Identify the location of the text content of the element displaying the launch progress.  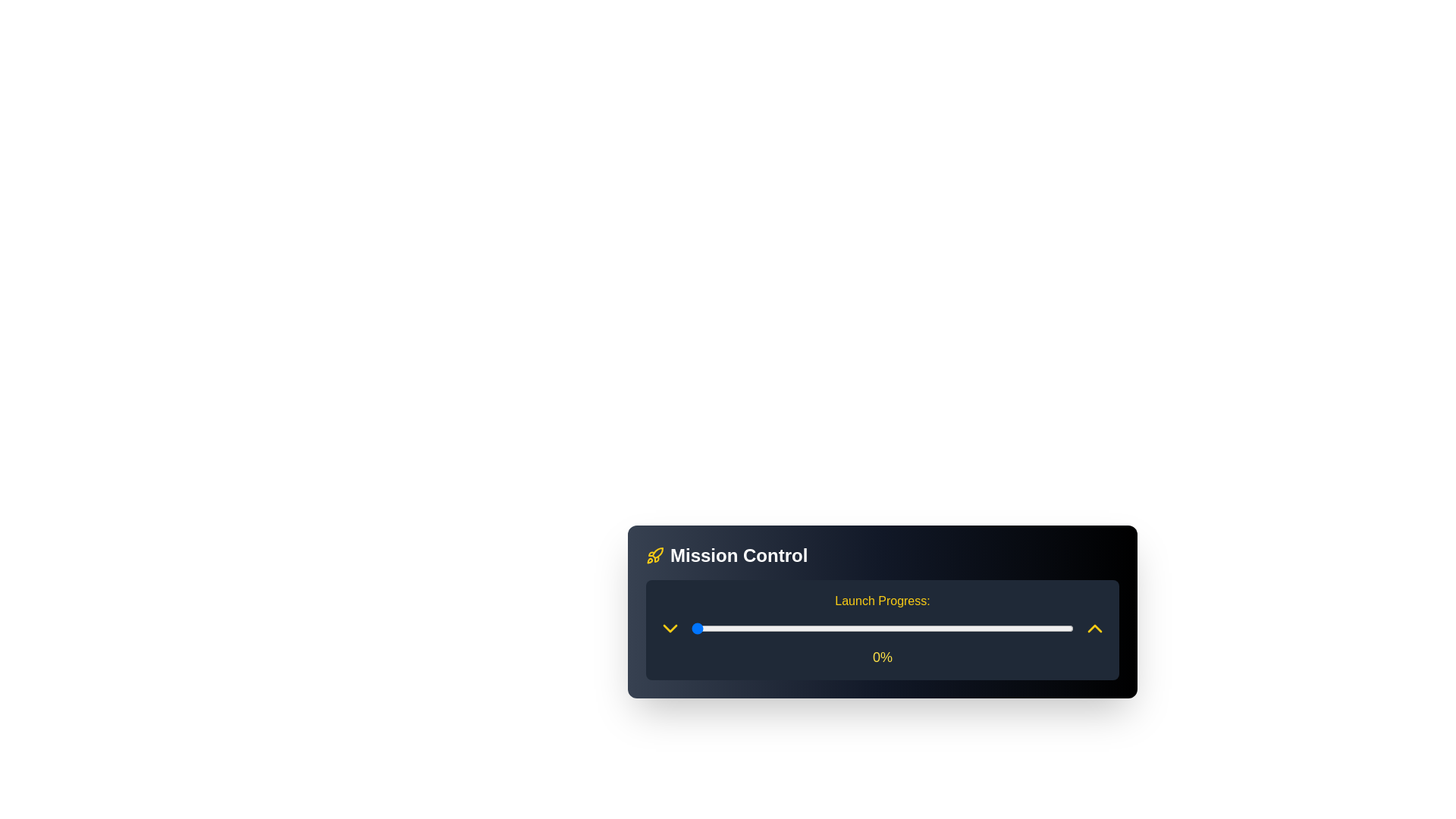
(882, 657).